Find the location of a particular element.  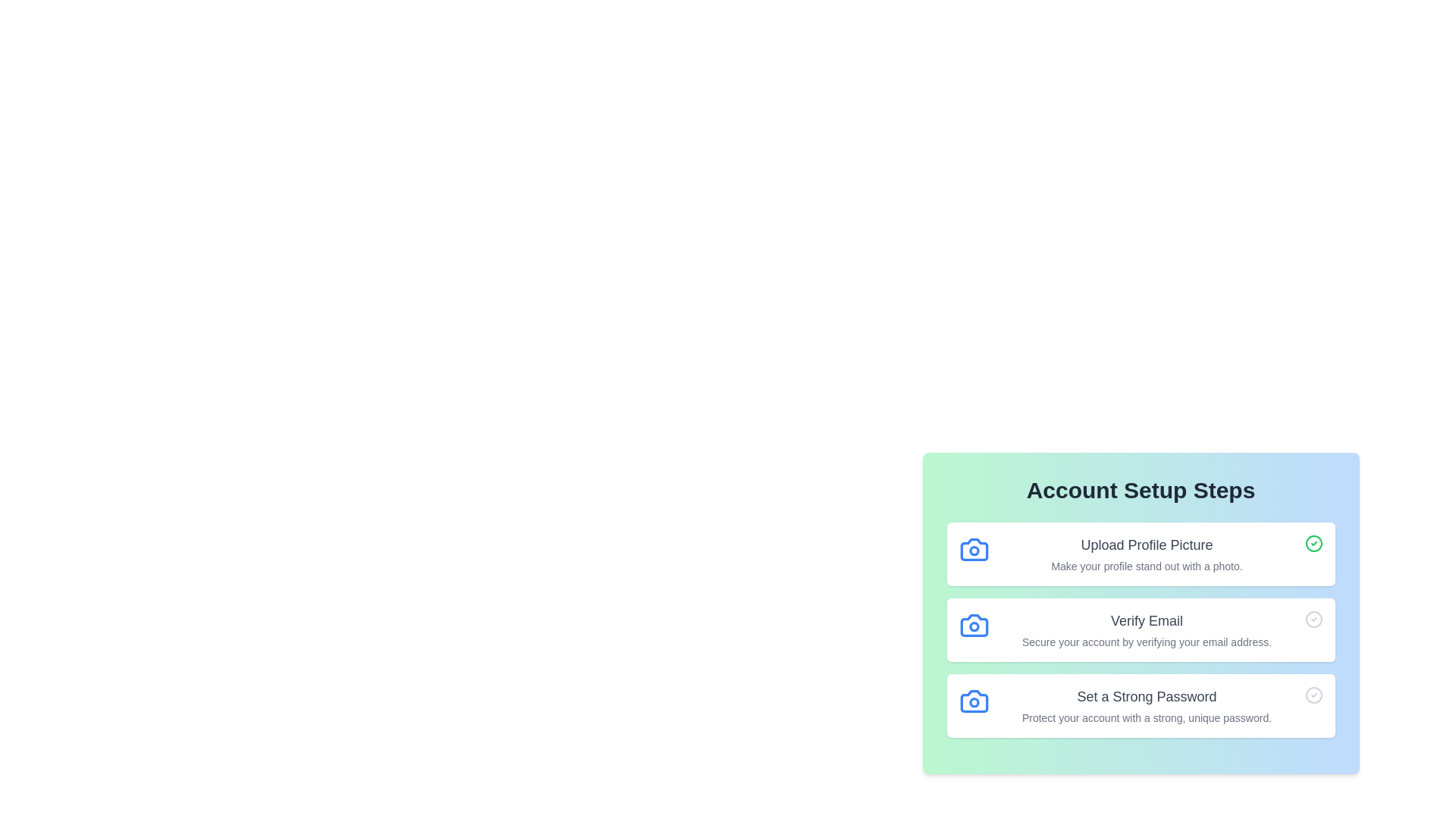

the icon associated with the checklist item Set a Strong Password is located at coordinates (974, 701).